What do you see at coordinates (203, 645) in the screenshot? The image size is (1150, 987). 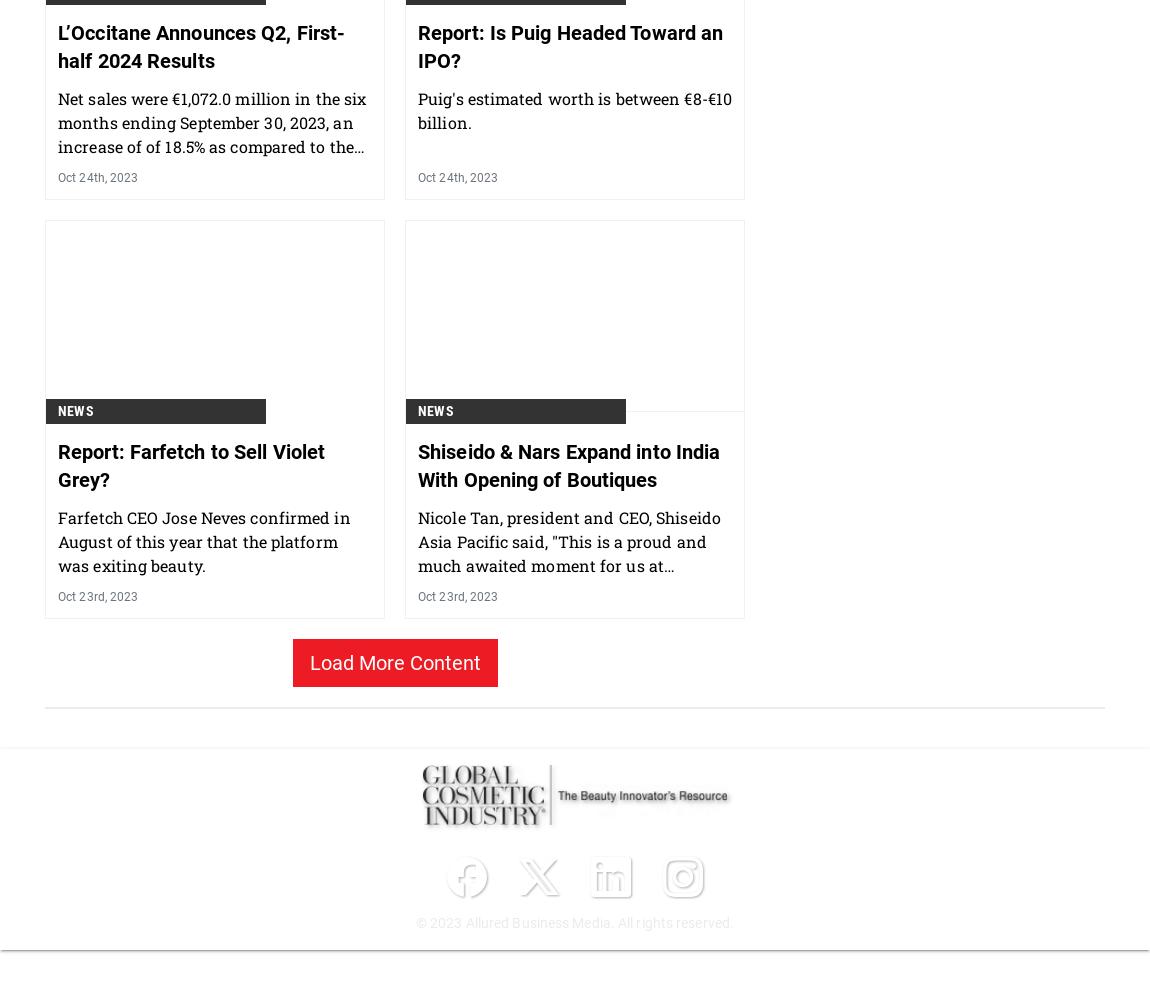 I see `'Farfetch CEO Jose Neves confirmed in August of this year that the platform was exiting beauty.'` at bounding box center [203, 645].